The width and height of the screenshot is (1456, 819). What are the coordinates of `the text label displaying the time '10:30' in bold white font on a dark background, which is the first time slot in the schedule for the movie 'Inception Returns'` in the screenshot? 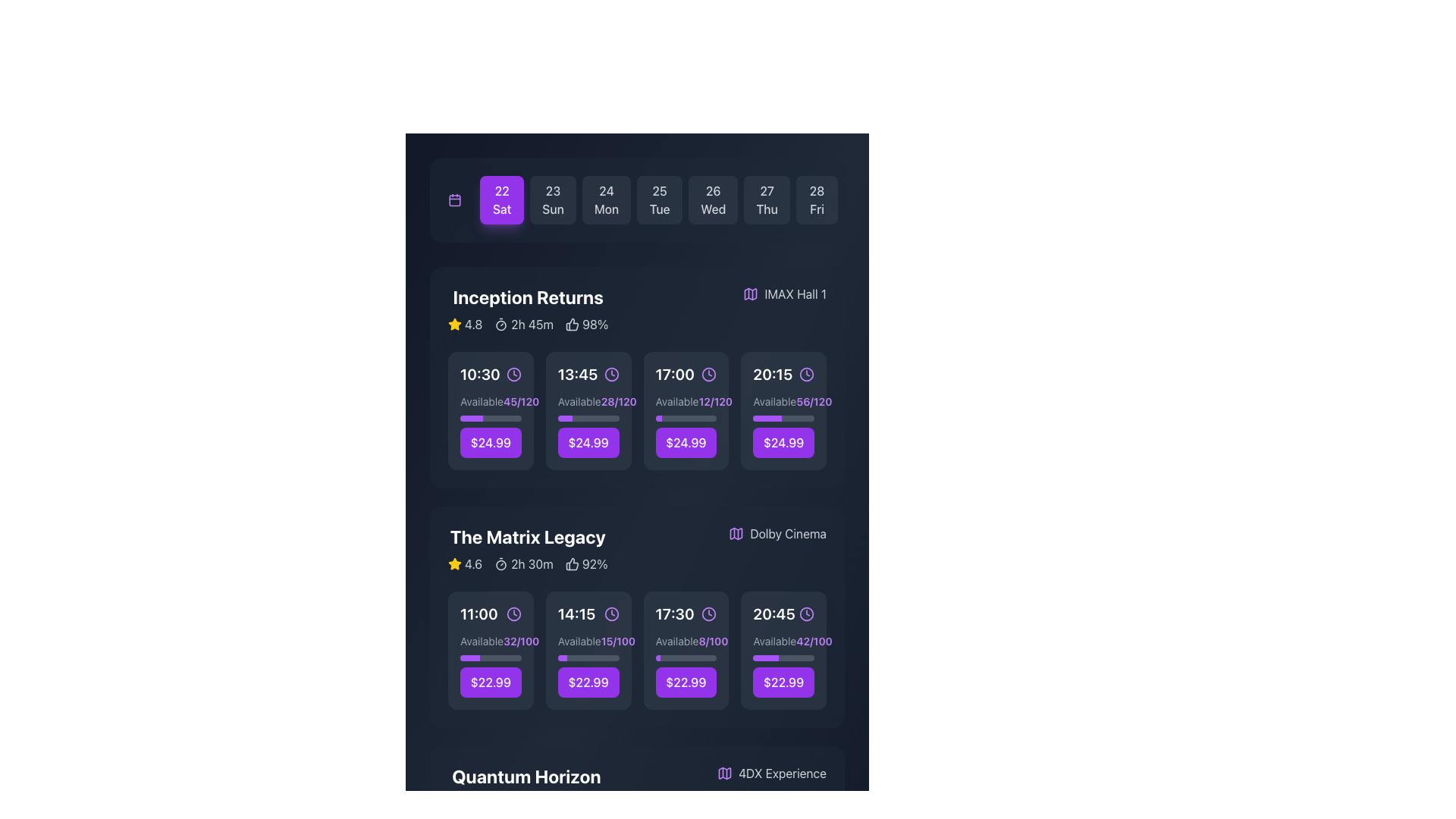 It's located at (479, 374).